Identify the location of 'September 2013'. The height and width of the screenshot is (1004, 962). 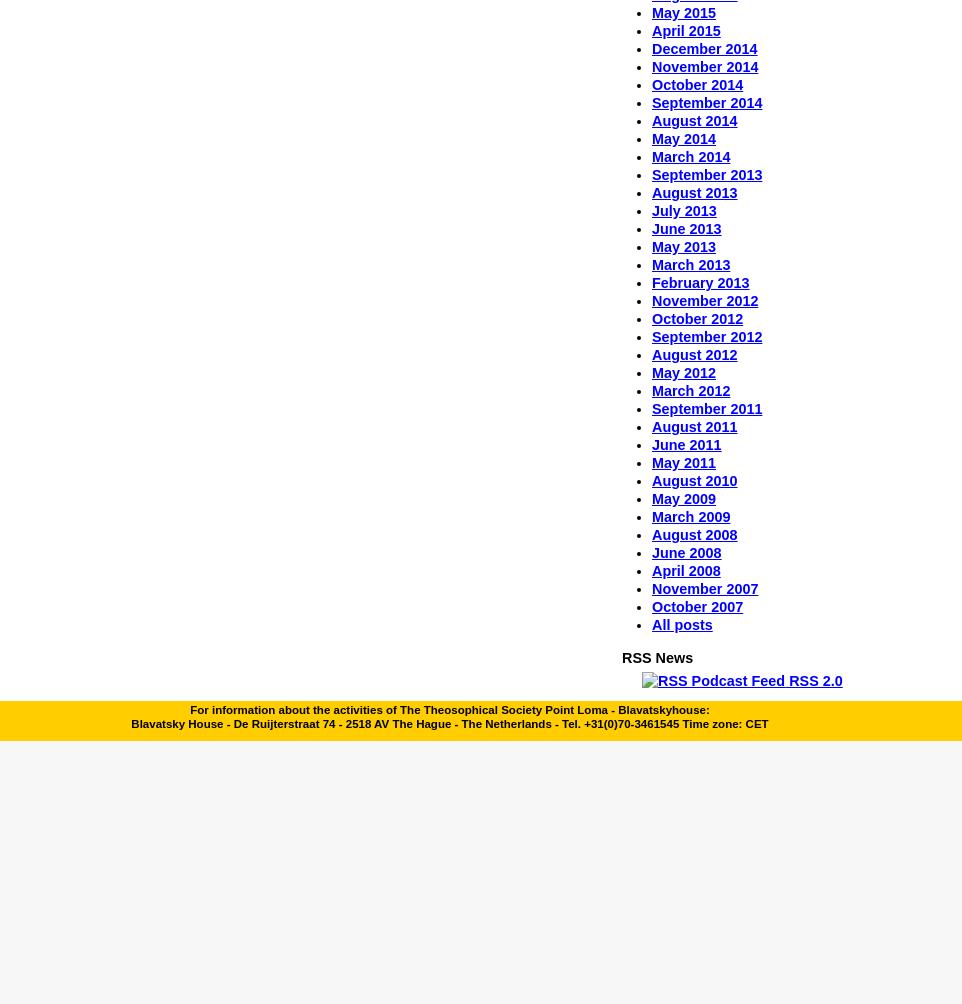
(705, 173).